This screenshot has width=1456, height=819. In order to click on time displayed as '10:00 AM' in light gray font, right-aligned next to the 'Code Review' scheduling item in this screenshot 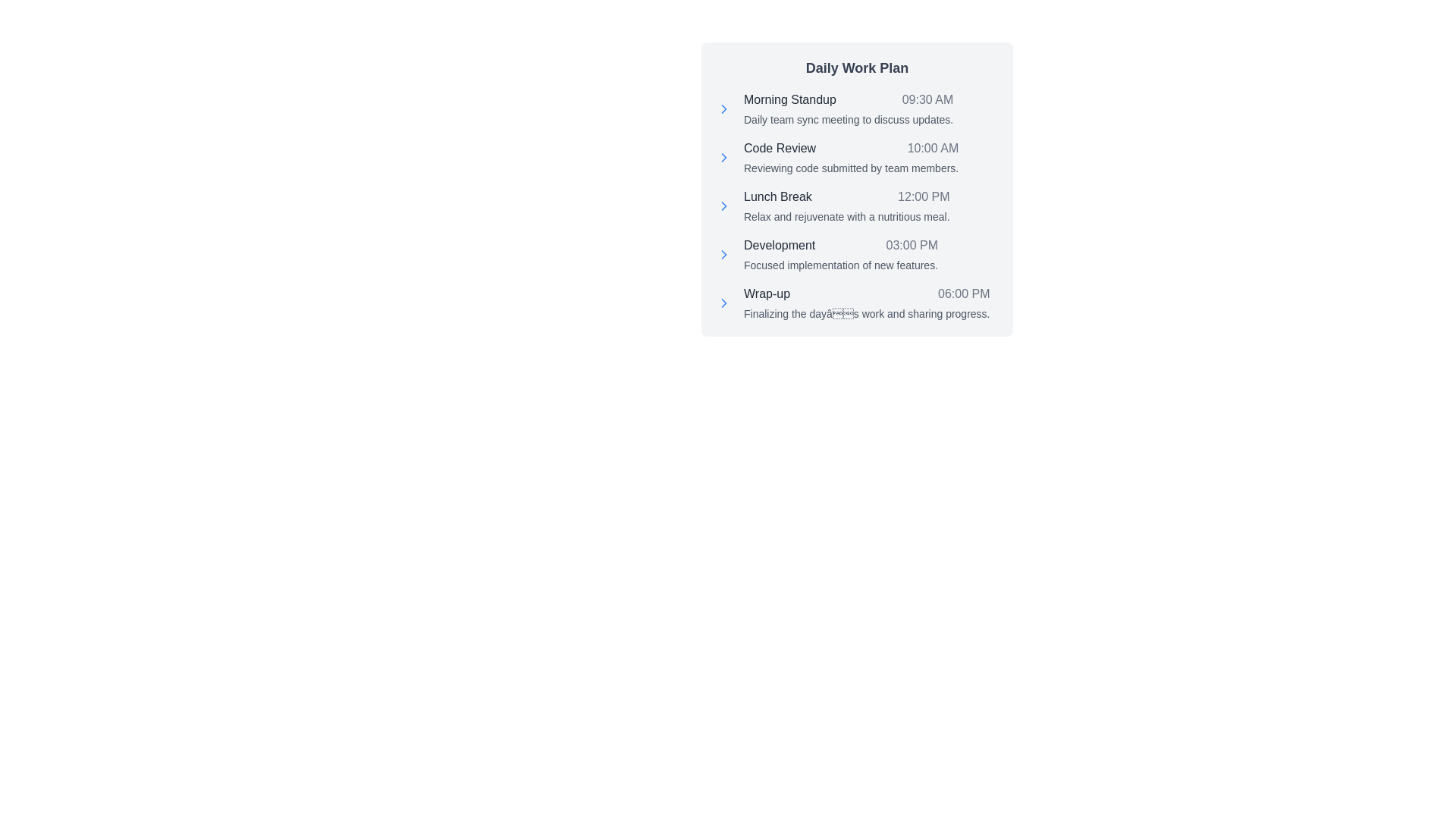, I will do `click(932, 149)`.